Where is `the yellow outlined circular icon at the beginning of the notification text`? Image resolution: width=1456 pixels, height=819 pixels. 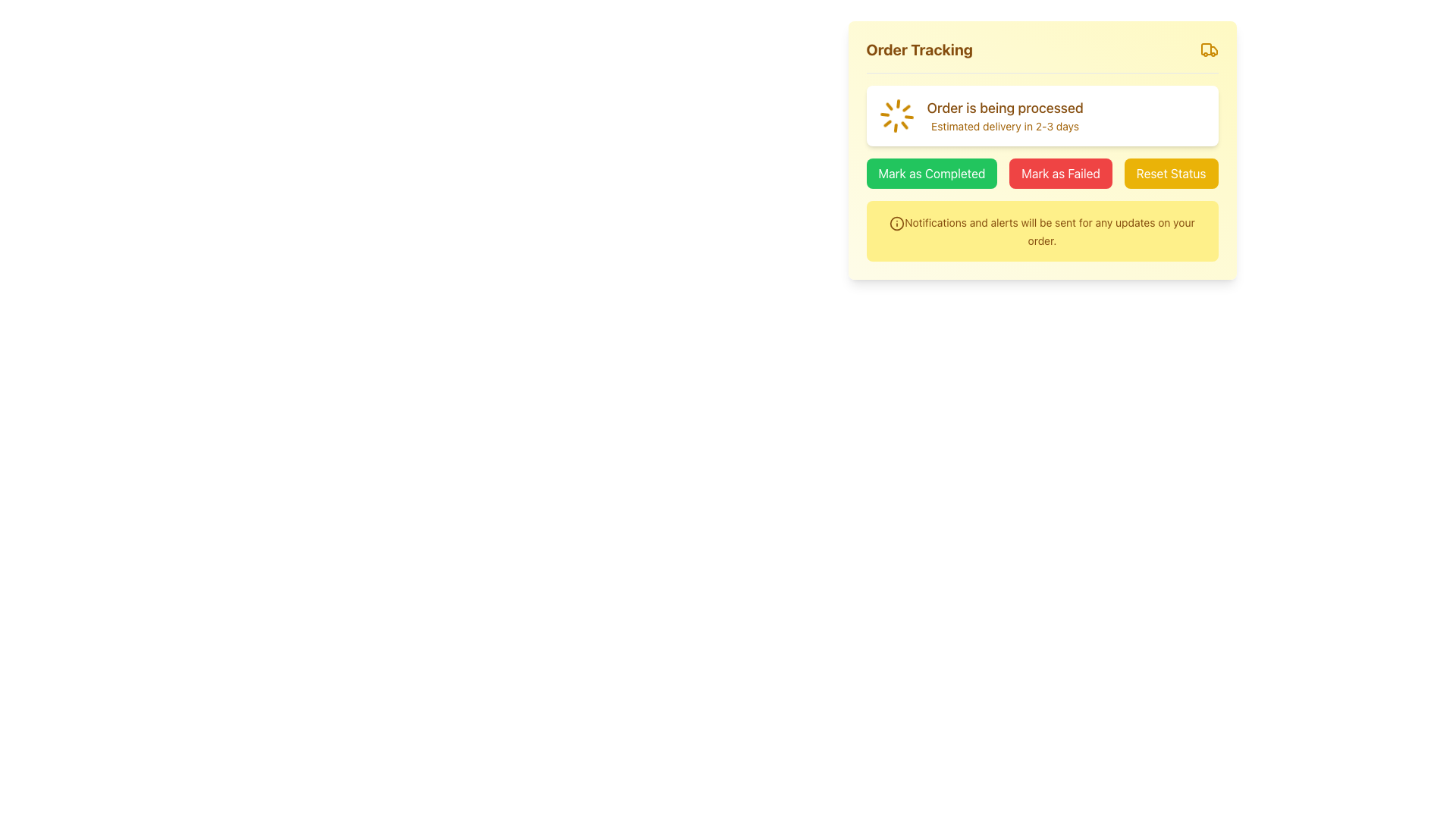 the yellow outlined circular icon at the beginning of the notification text is located at coordinates (897, 223).